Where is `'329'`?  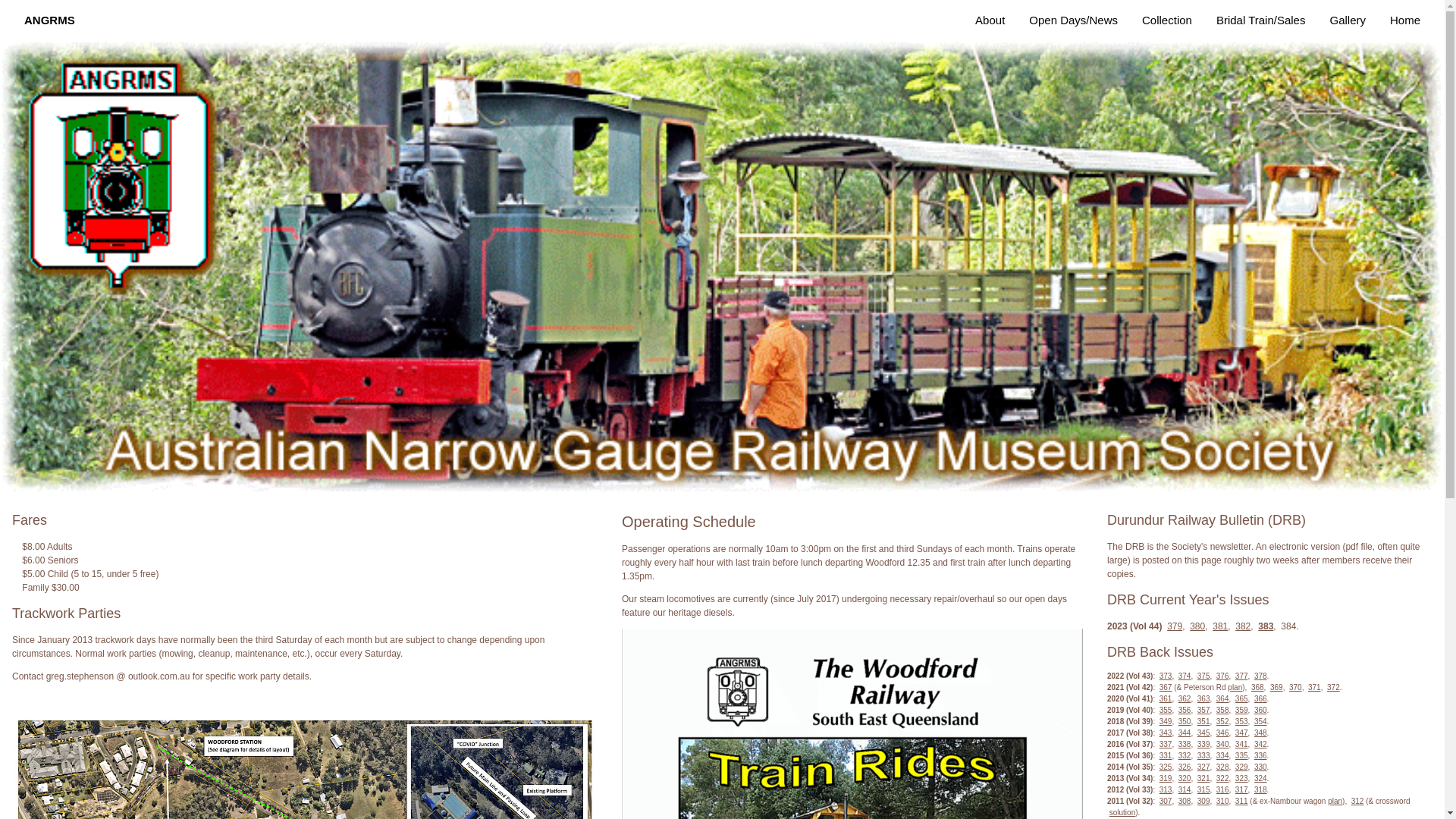 '329' is located at coordinates (1241, 767).